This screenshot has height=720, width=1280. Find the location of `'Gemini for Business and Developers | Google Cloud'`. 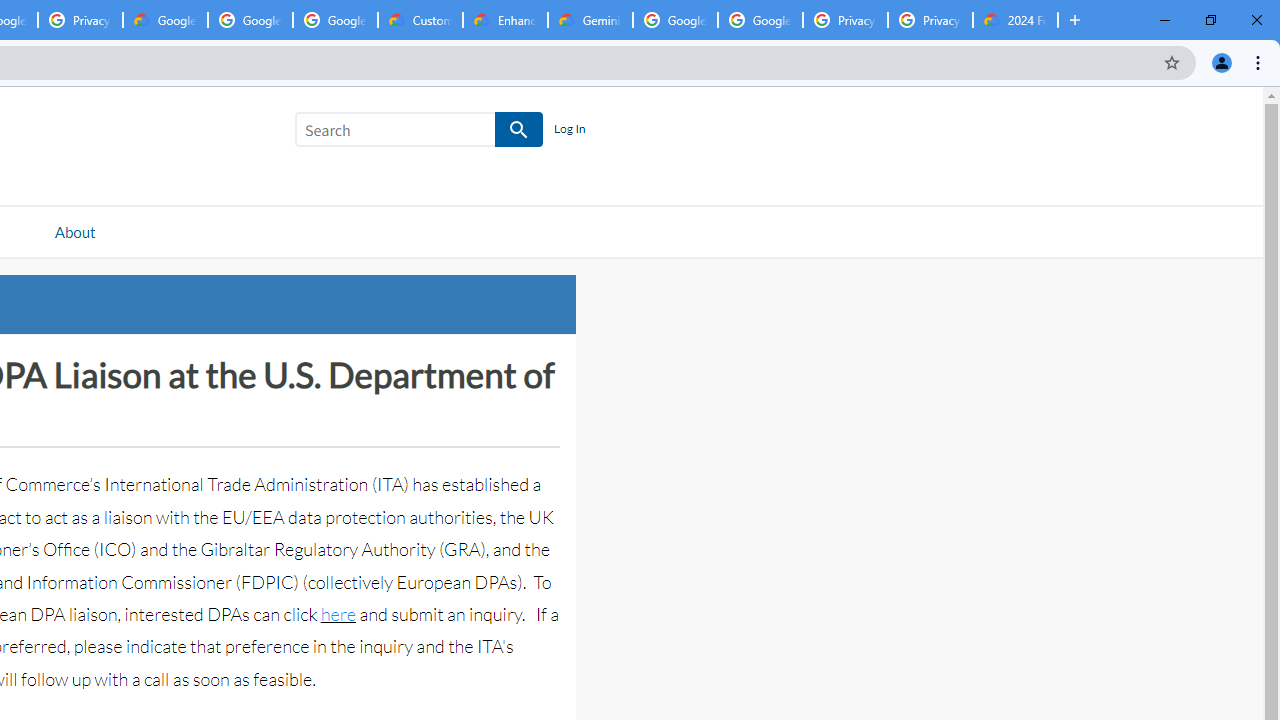

'Gemini for Business and Developers | Google Cloud' is located at coordinates (589, 20).